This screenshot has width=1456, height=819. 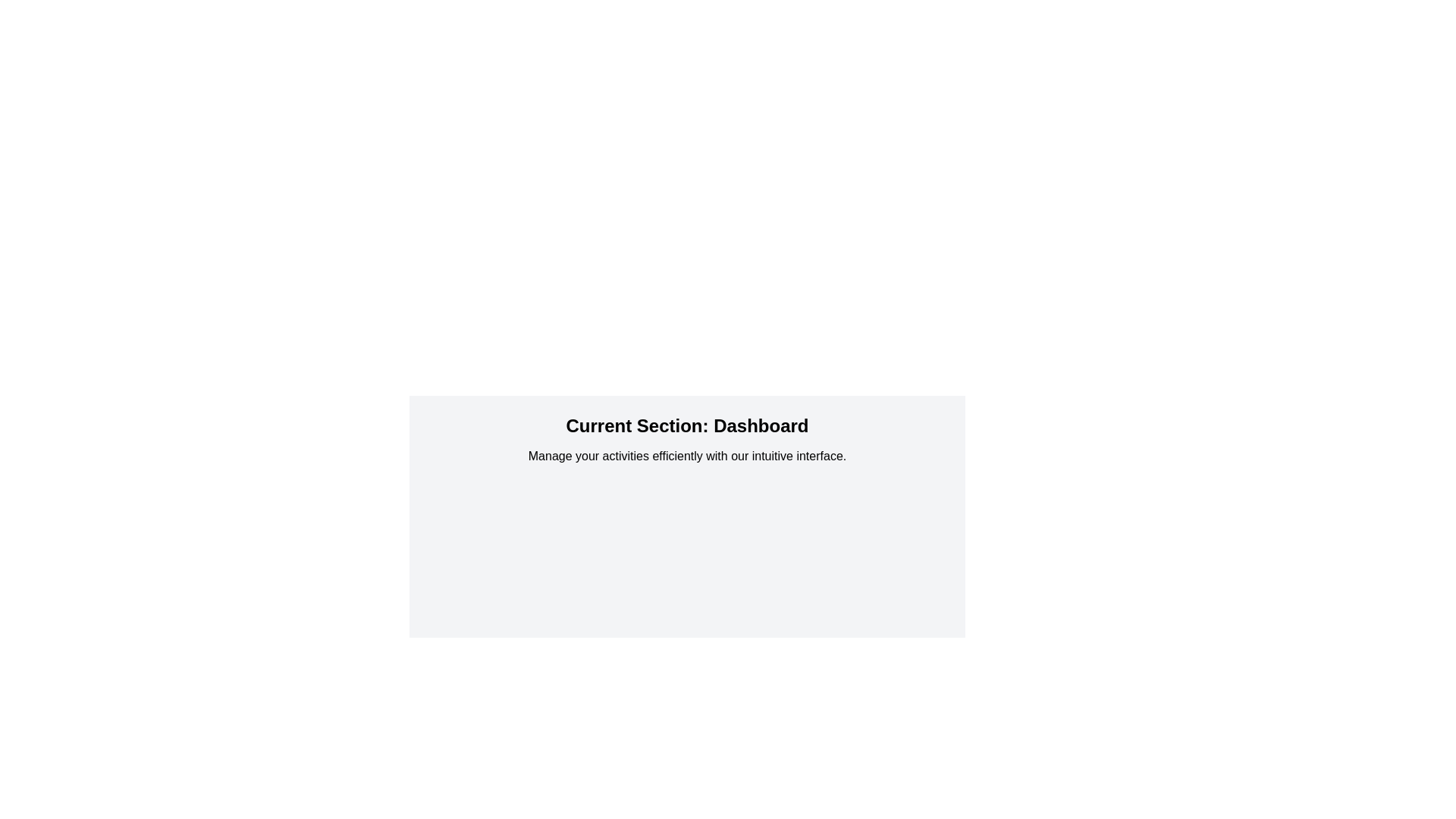 What do you see at coordinates (686, 455) in the screenshot?
I see `the Informational Text element located directly underneath 'Current Section: Dashboard' which provides guidance on managing activities effectively` at bounding box center [686, 455].